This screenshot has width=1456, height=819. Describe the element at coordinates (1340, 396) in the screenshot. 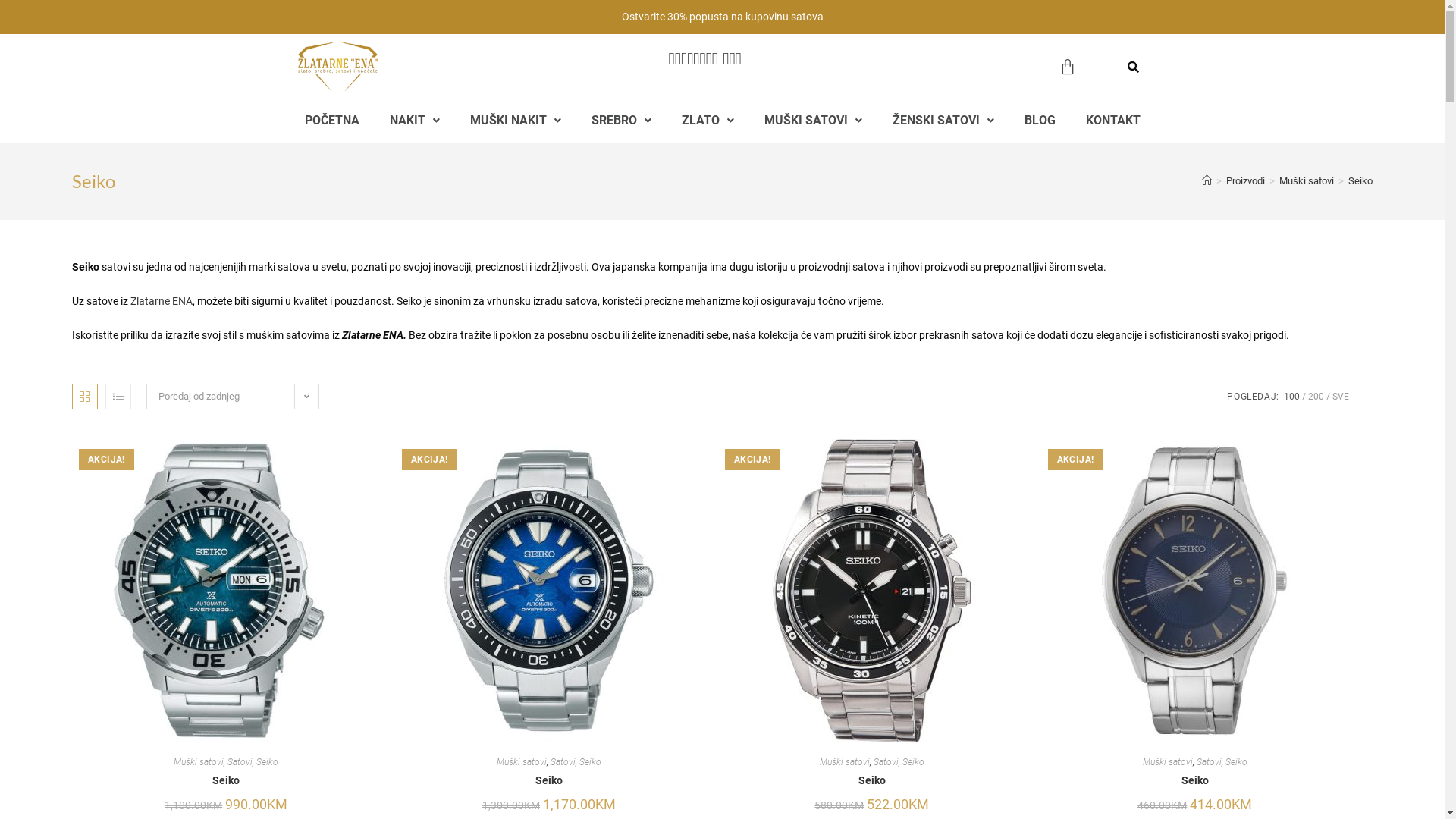

I see `'SVE'` at that location.